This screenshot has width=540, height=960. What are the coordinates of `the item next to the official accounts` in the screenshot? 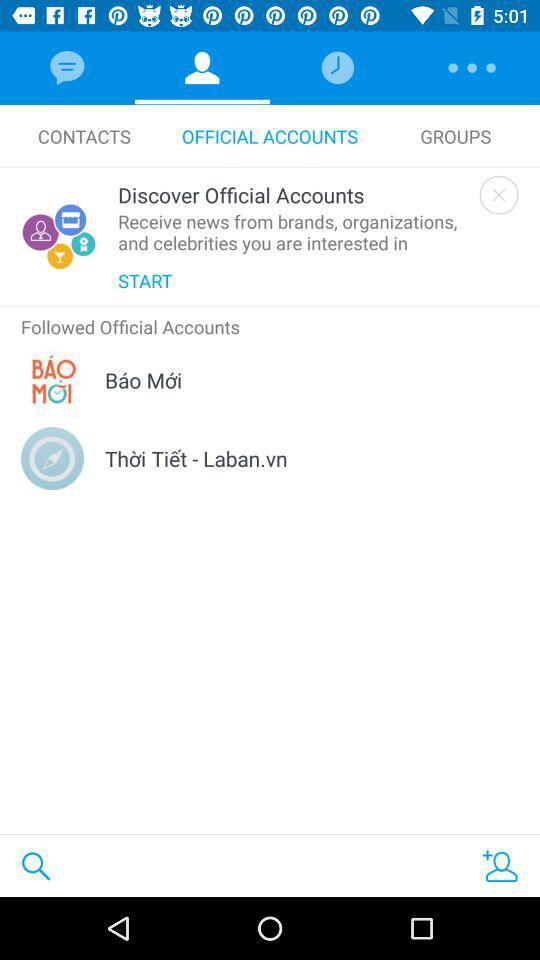 It's located at (455, 135).